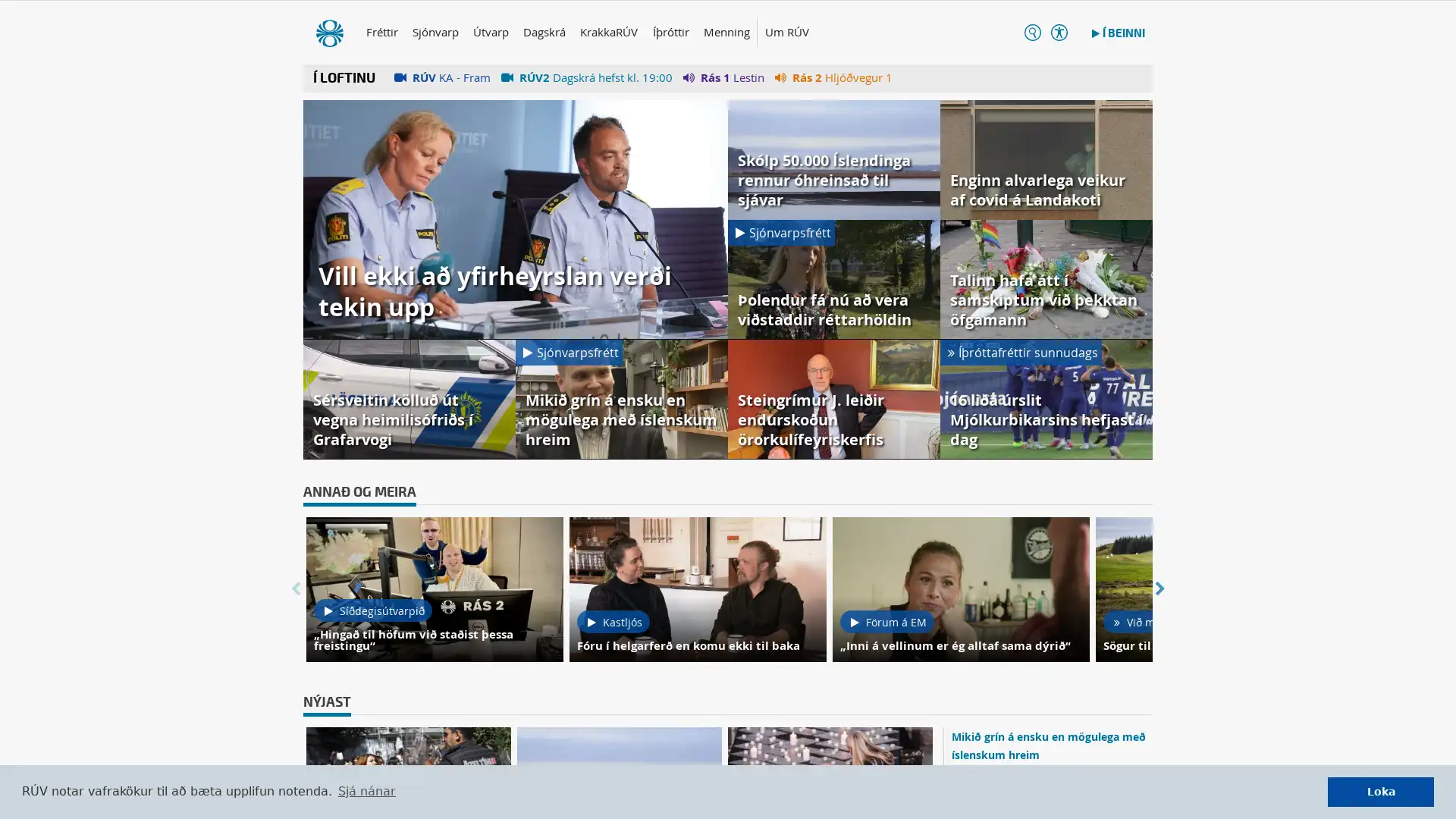 Image resolution: width=1456 pixels, height=819 pixels. Describe the element at coordinates (1045, 34) in the screenshot. I see `hidden Stilling fyrir a sem kjosa frekar dokkan bakgrunn` at that location.